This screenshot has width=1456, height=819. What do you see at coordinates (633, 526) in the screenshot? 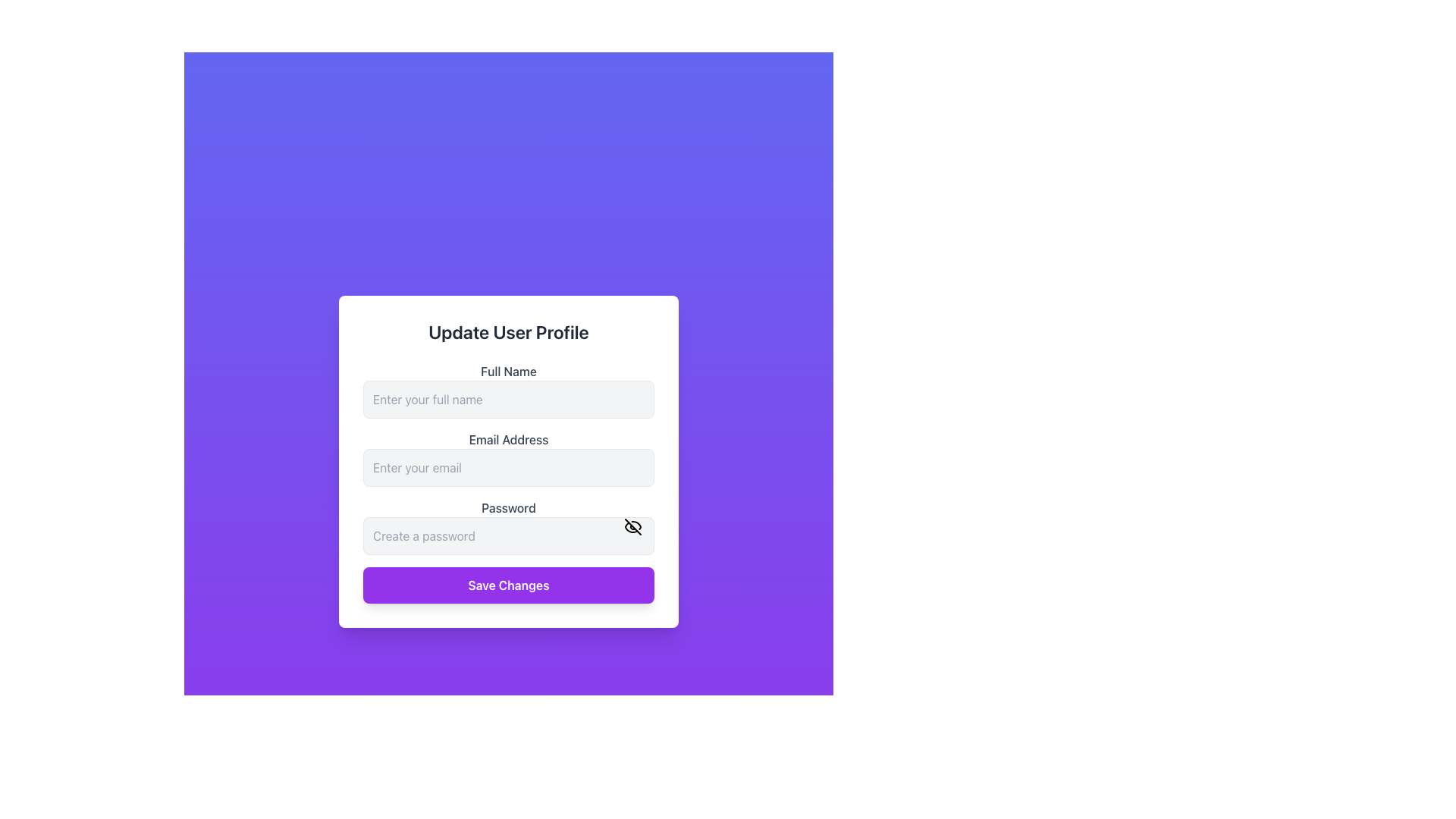
I see `the eye icon with a diagonal stroke inside the button` at bounding box center [633, 526].